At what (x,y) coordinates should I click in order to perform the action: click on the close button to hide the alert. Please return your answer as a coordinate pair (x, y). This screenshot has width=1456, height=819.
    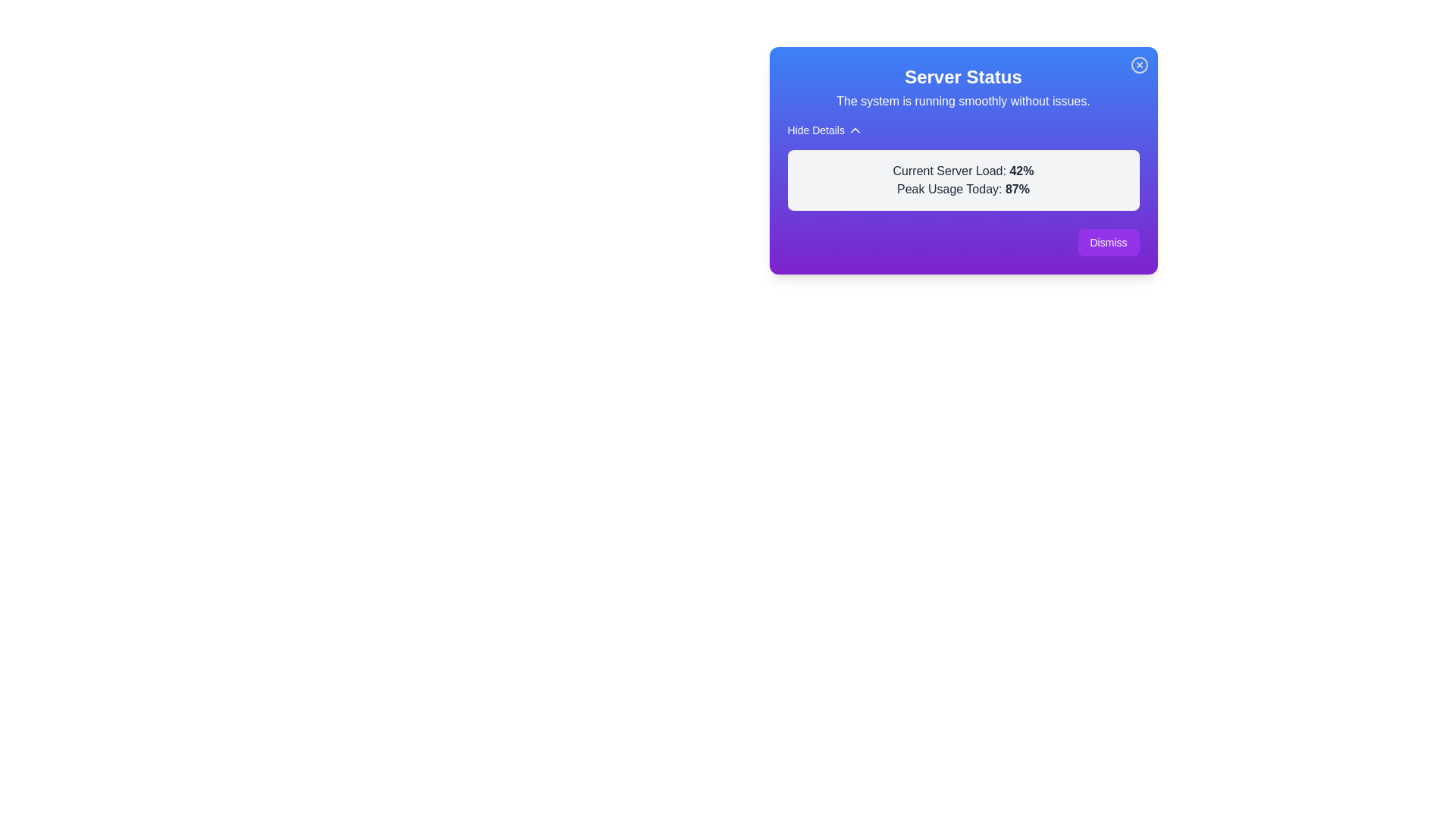
    Looking at the image, I should click on (1139, 64).